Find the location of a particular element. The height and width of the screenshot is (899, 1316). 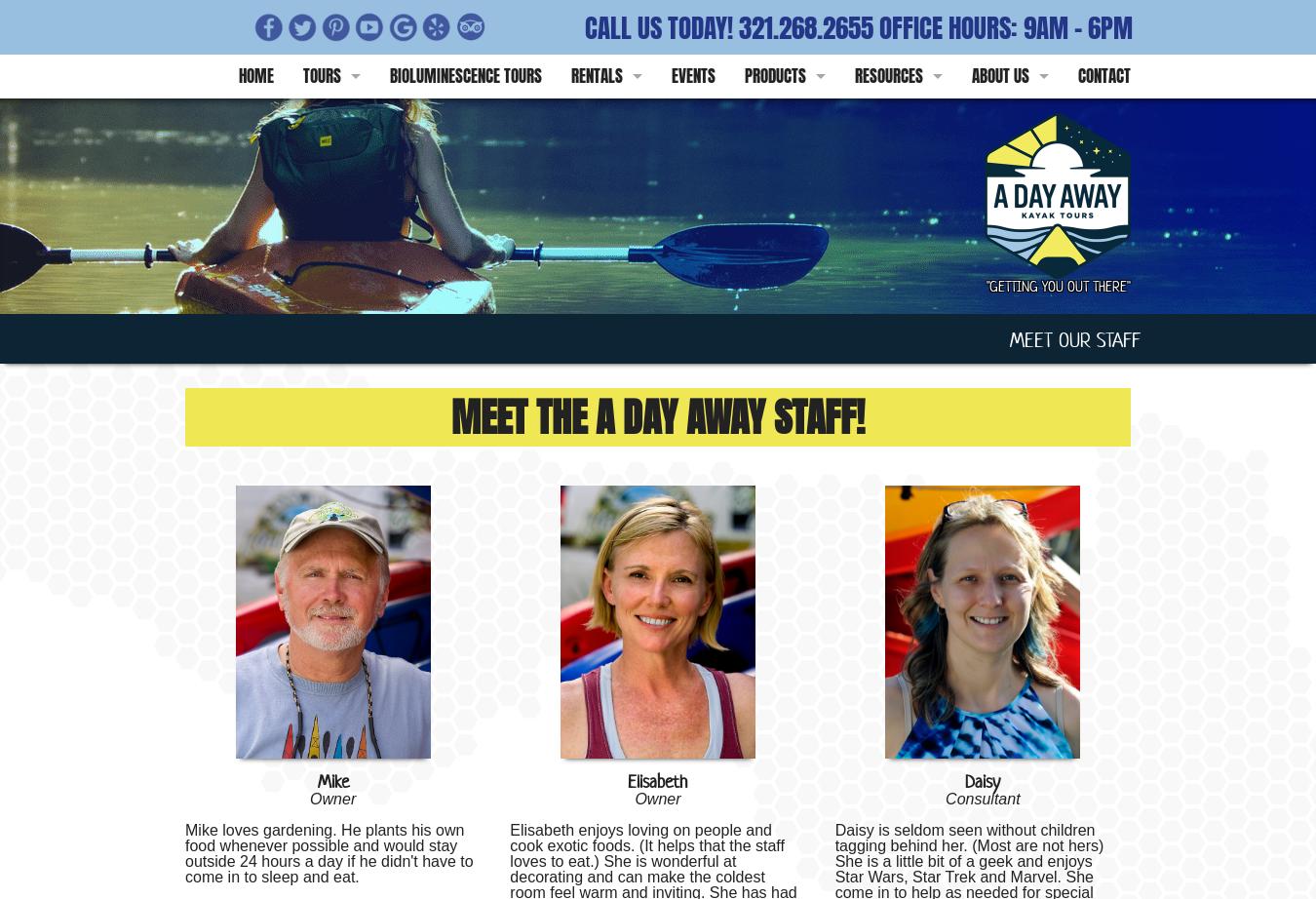

'Mike loves gardening. He plants his own food whenever possible and would stay outside 24 hours a day if he didn't have to come in to sleep and eat.' is located at coordinates (328, 851).